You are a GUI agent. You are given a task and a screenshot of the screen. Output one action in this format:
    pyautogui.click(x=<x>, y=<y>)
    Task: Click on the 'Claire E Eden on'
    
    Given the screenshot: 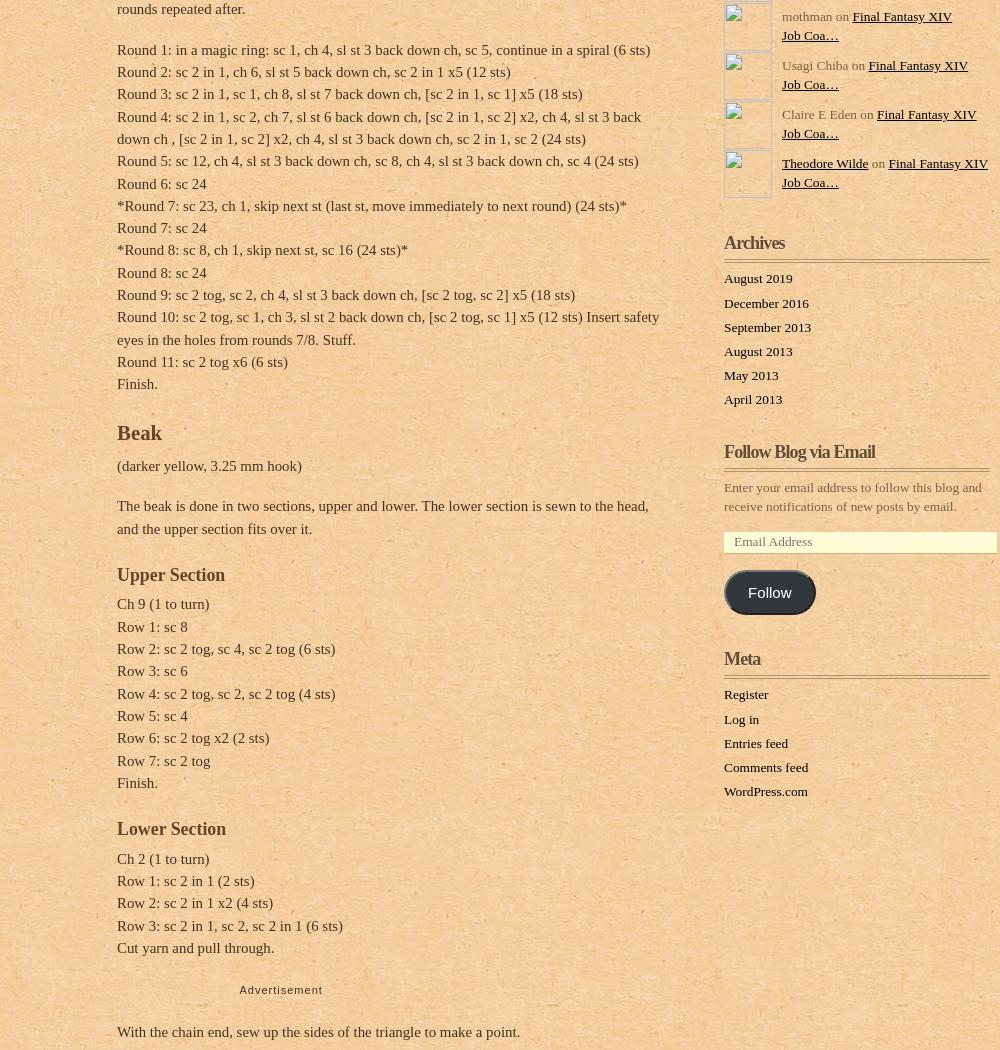 What is the action you would take?
    pyautogui.click(x=782, y=113)
    